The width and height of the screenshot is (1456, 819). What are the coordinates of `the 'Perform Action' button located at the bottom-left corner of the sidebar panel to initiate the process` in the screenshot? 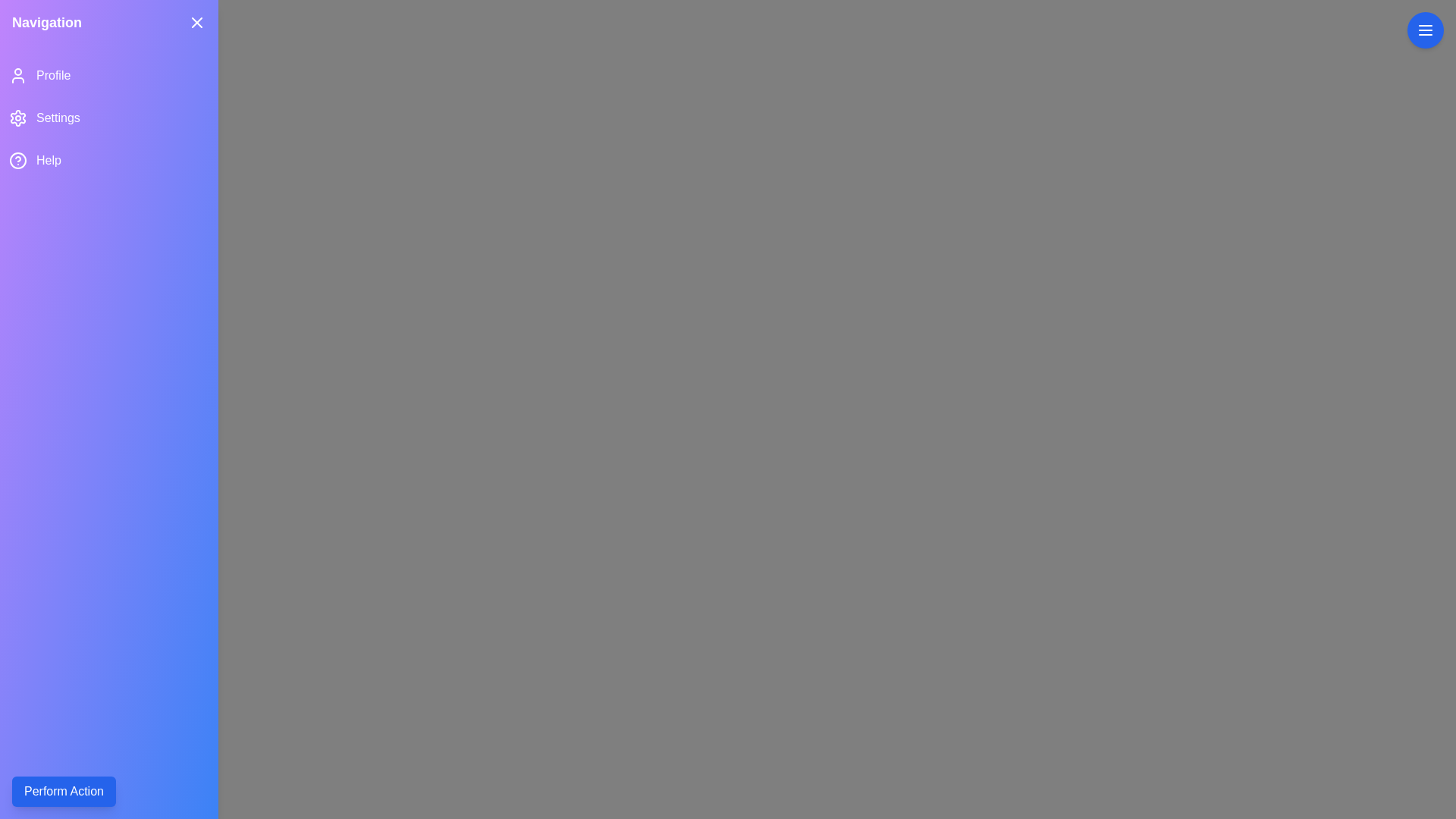 It's located at (63, 791).